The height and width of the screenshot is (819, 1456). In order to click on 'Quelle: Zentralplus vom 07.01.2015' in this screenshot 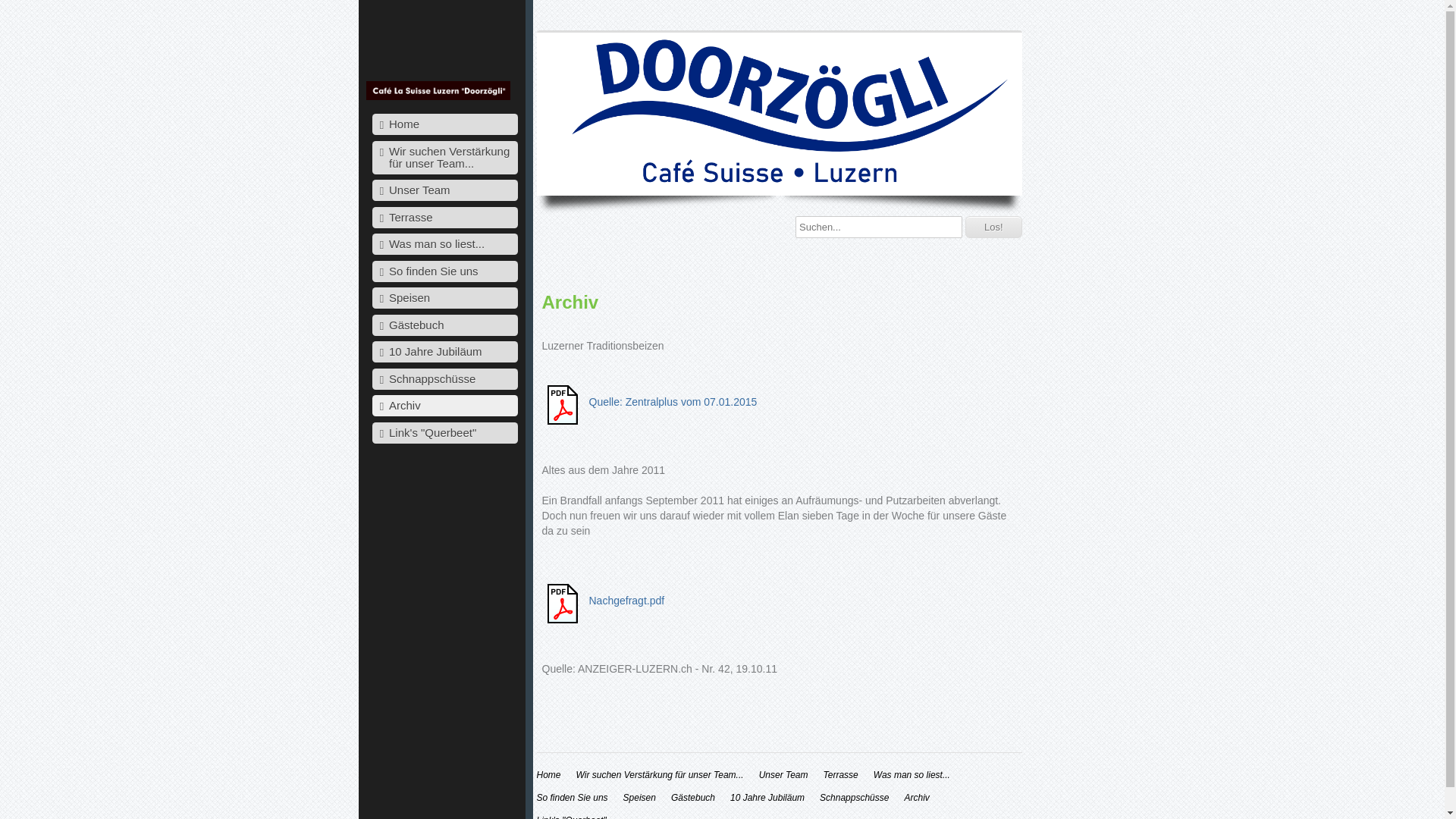, I will do `click(672, 400)`.